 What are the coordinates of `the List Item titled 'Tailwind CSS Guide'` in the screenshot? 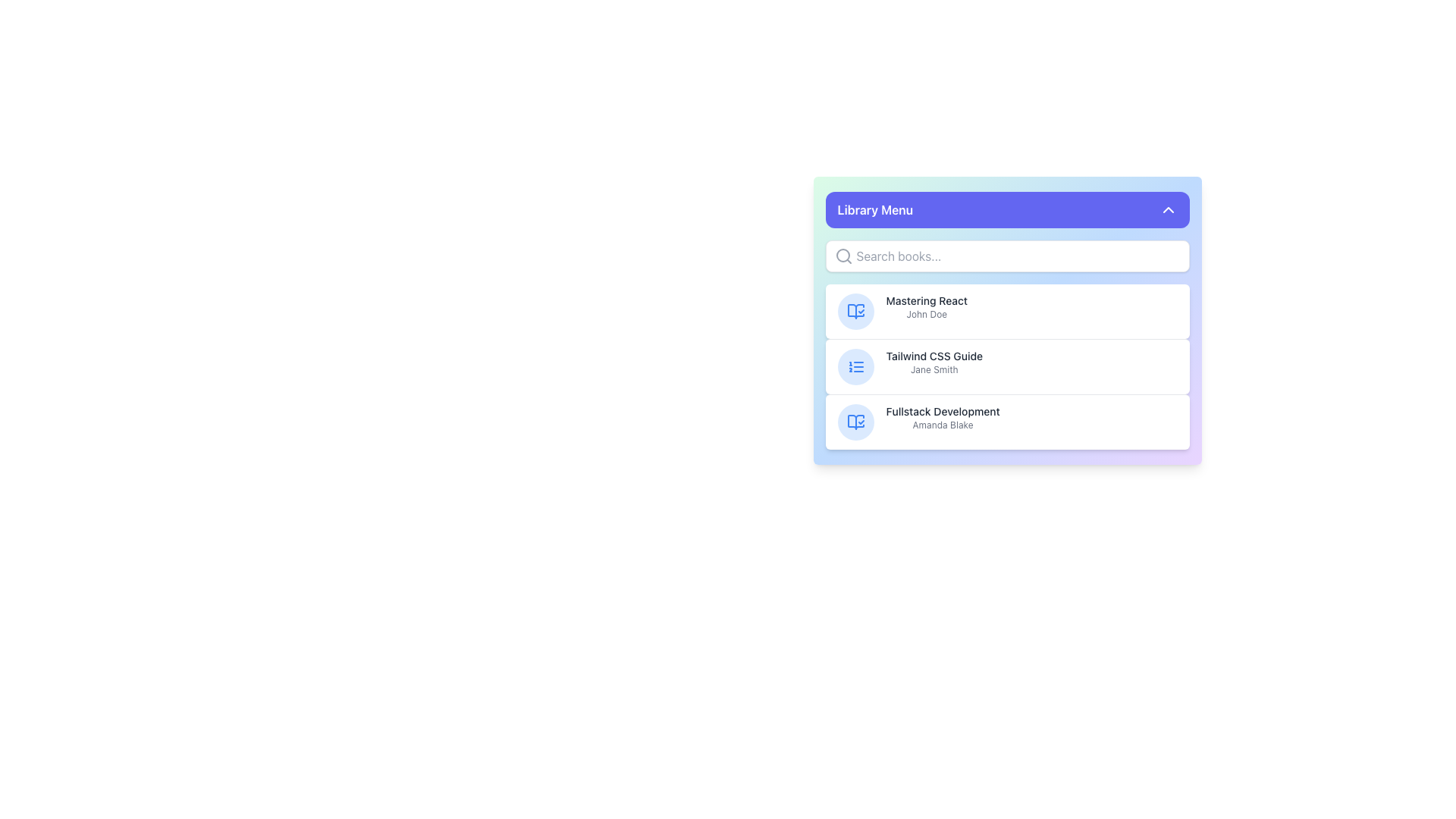 It's located at (1007, 366).